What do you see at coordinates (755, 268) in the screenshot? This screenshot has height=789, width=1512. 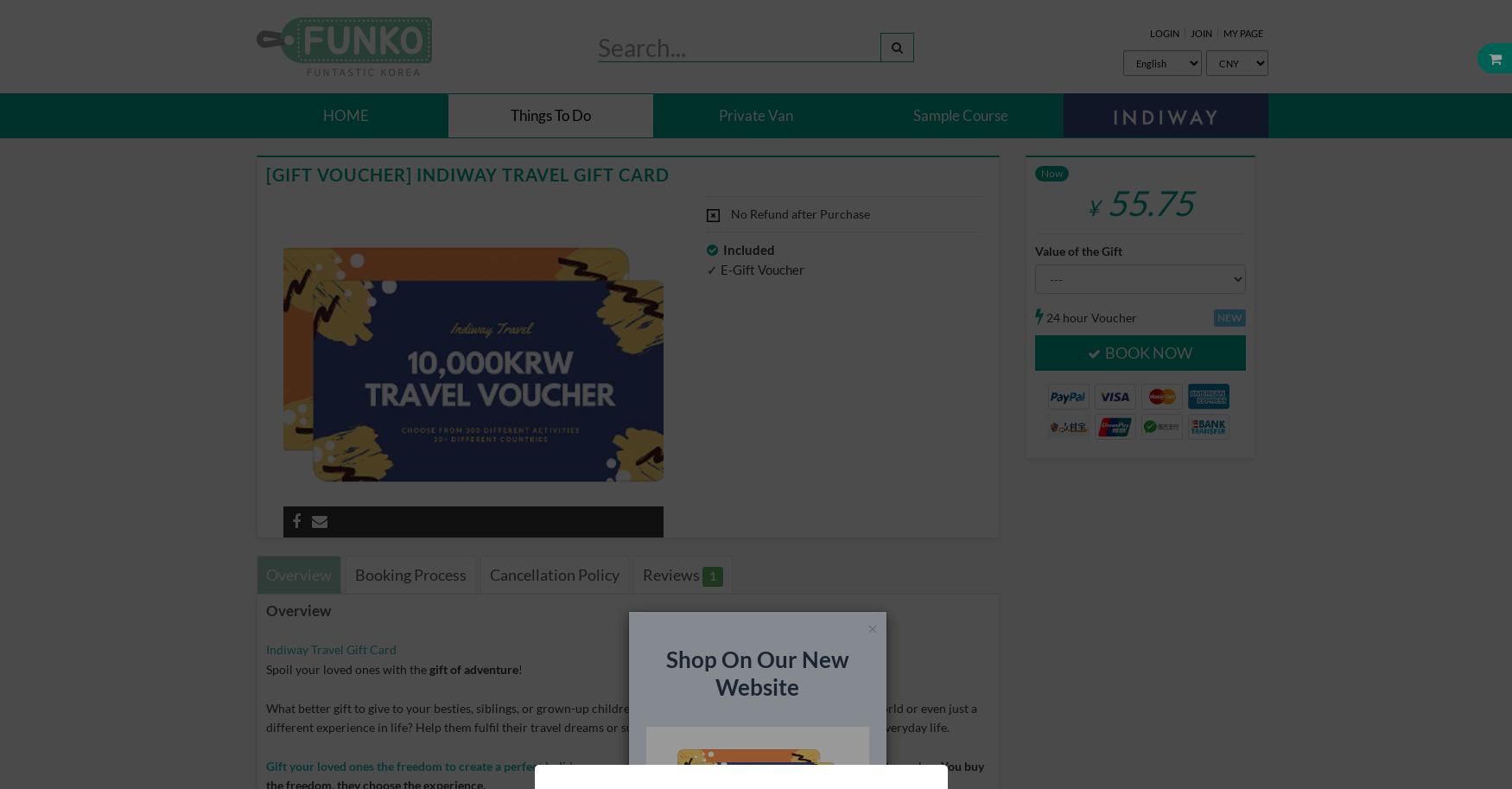 I see `'✓ E-Gift Voucher'` at bounding box center [755, 268].